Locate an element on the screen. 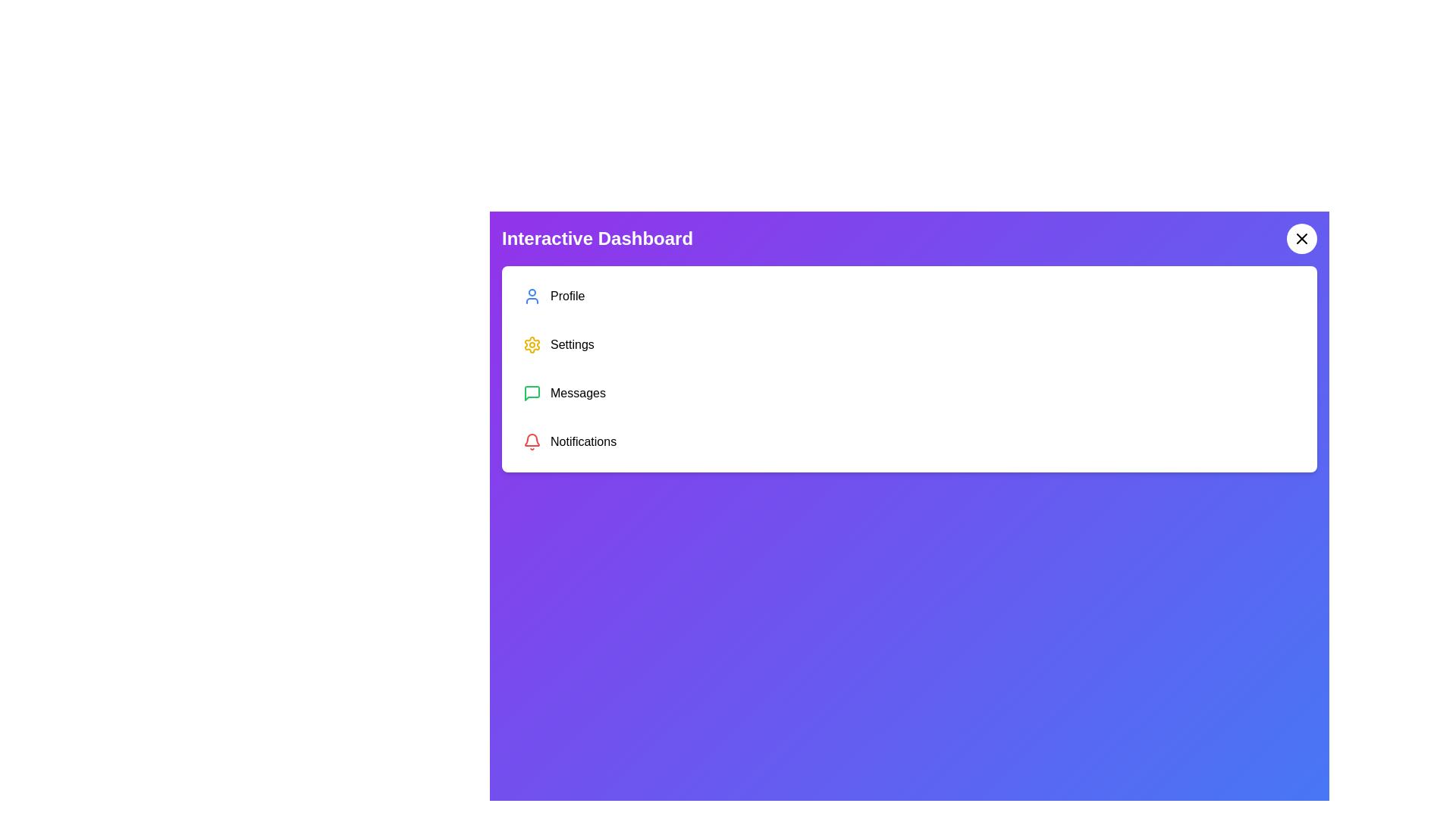 The height and width of the screenshot is (819, 1456). the 'Notifications' label in the 'Interactive Dashboard' interface, which is the fourth item in a vertical list of options beneath 'Messages' is located at coordinates (582, 441).